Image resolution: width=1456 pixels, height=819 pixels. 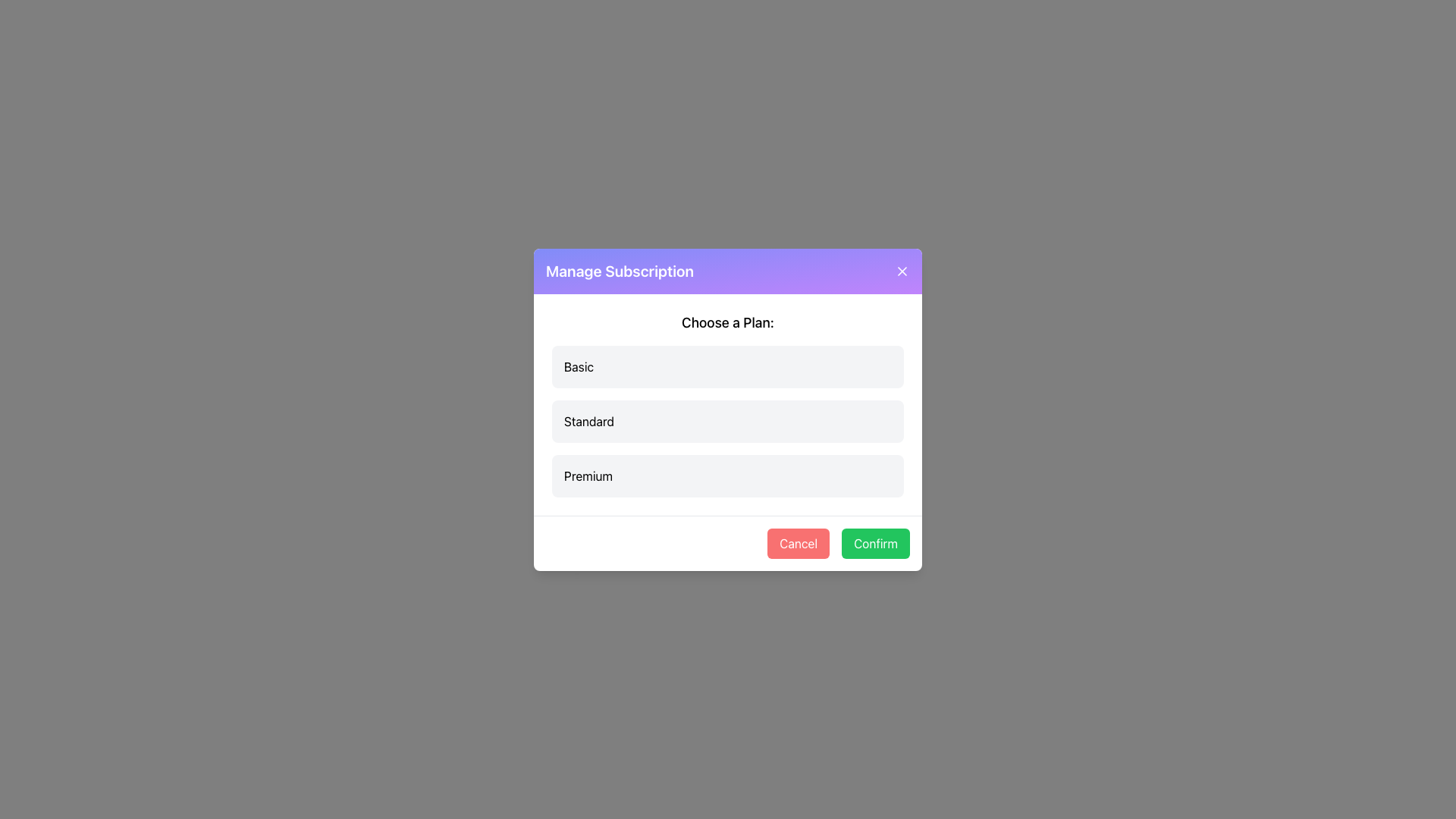 What do you see at coordinates (876, 542) in the screenshot?
I see `keyboard navigation` at bounding box center [876, 542].